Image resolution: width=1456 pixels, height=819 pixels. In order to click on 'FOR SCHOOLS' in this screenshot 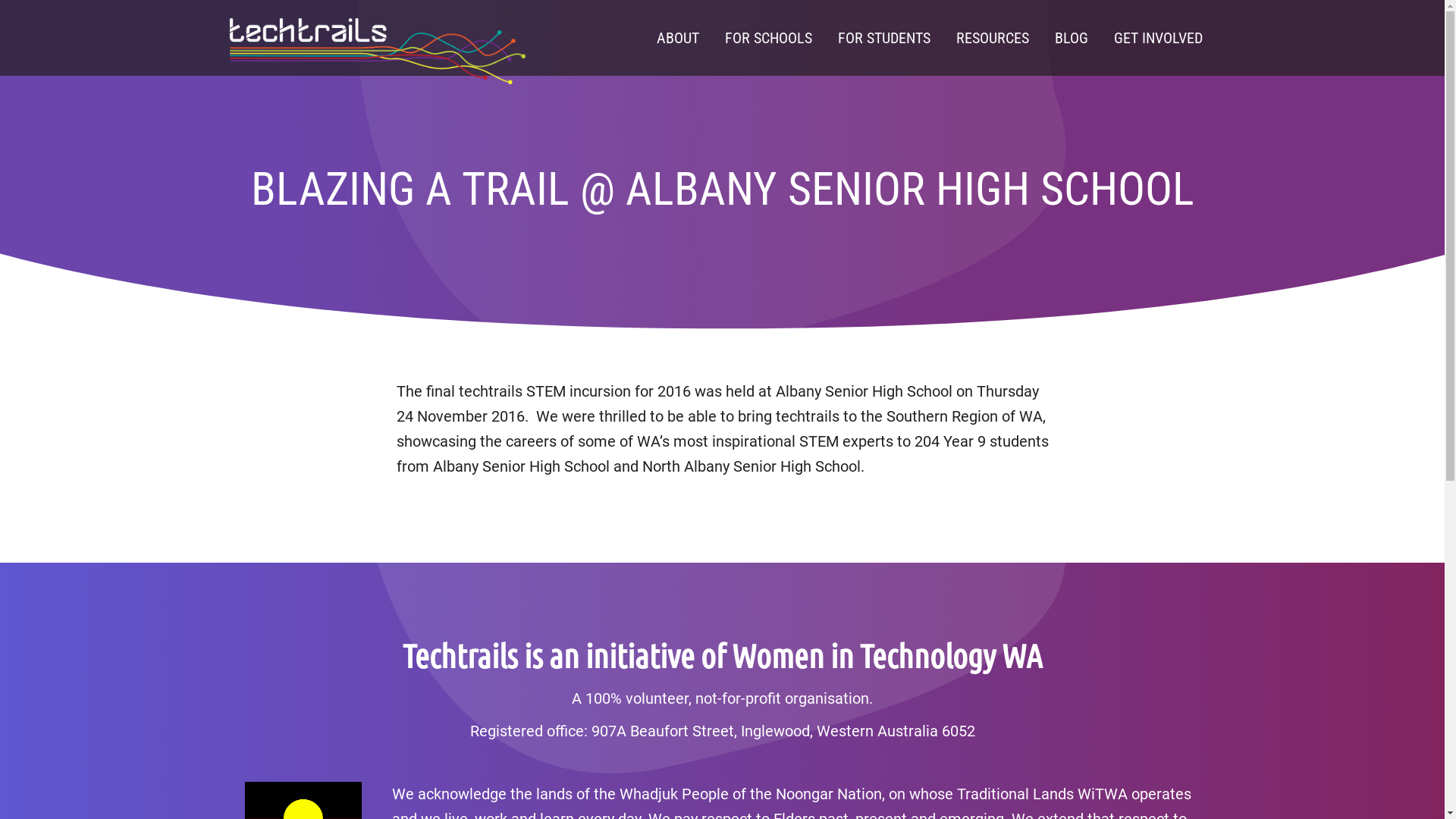, I will do `click(767, 37)`.